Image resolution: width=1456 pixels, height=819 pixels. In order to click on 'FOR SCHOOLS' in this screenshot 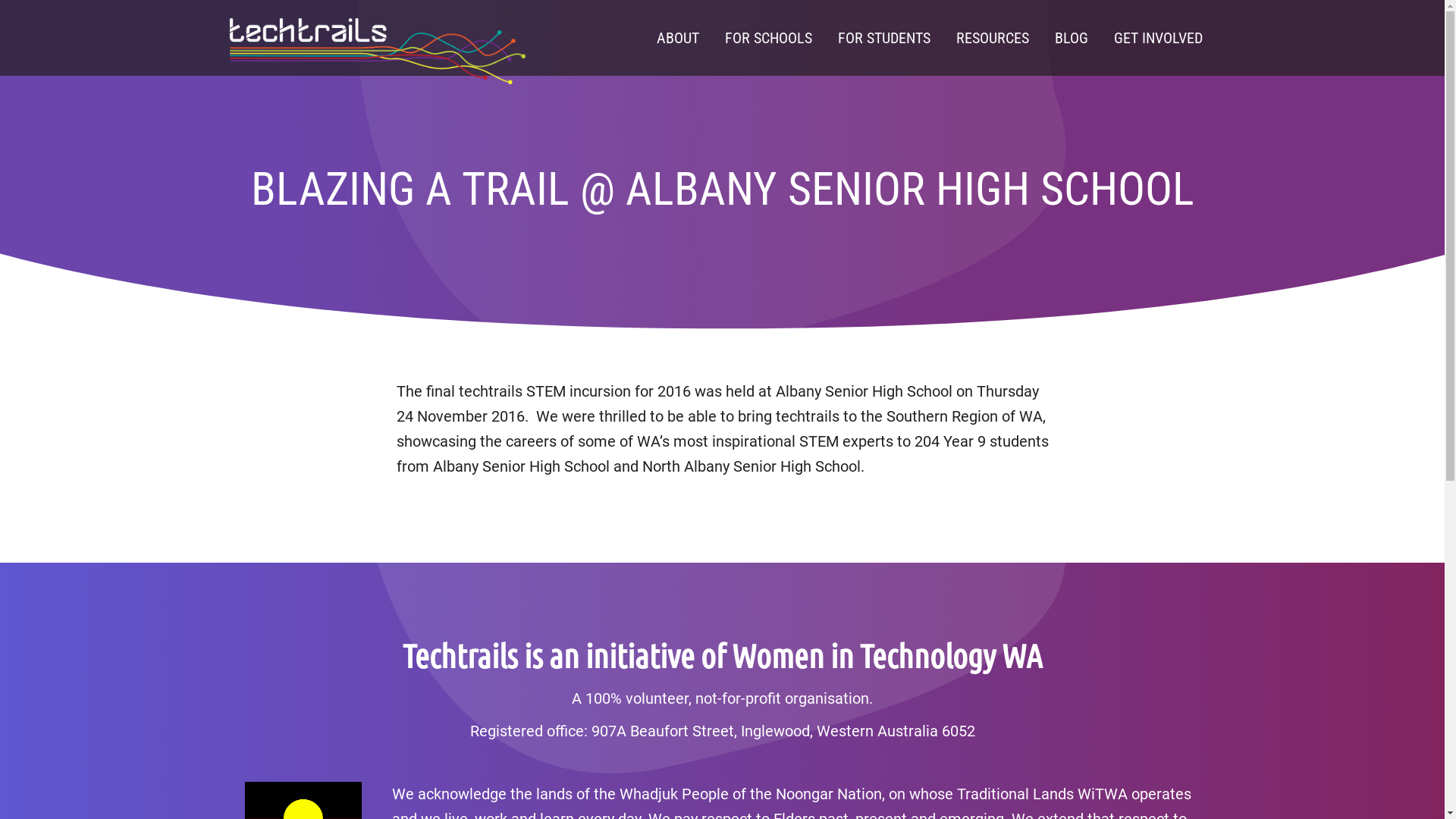, I will do `click(767, 37)`.